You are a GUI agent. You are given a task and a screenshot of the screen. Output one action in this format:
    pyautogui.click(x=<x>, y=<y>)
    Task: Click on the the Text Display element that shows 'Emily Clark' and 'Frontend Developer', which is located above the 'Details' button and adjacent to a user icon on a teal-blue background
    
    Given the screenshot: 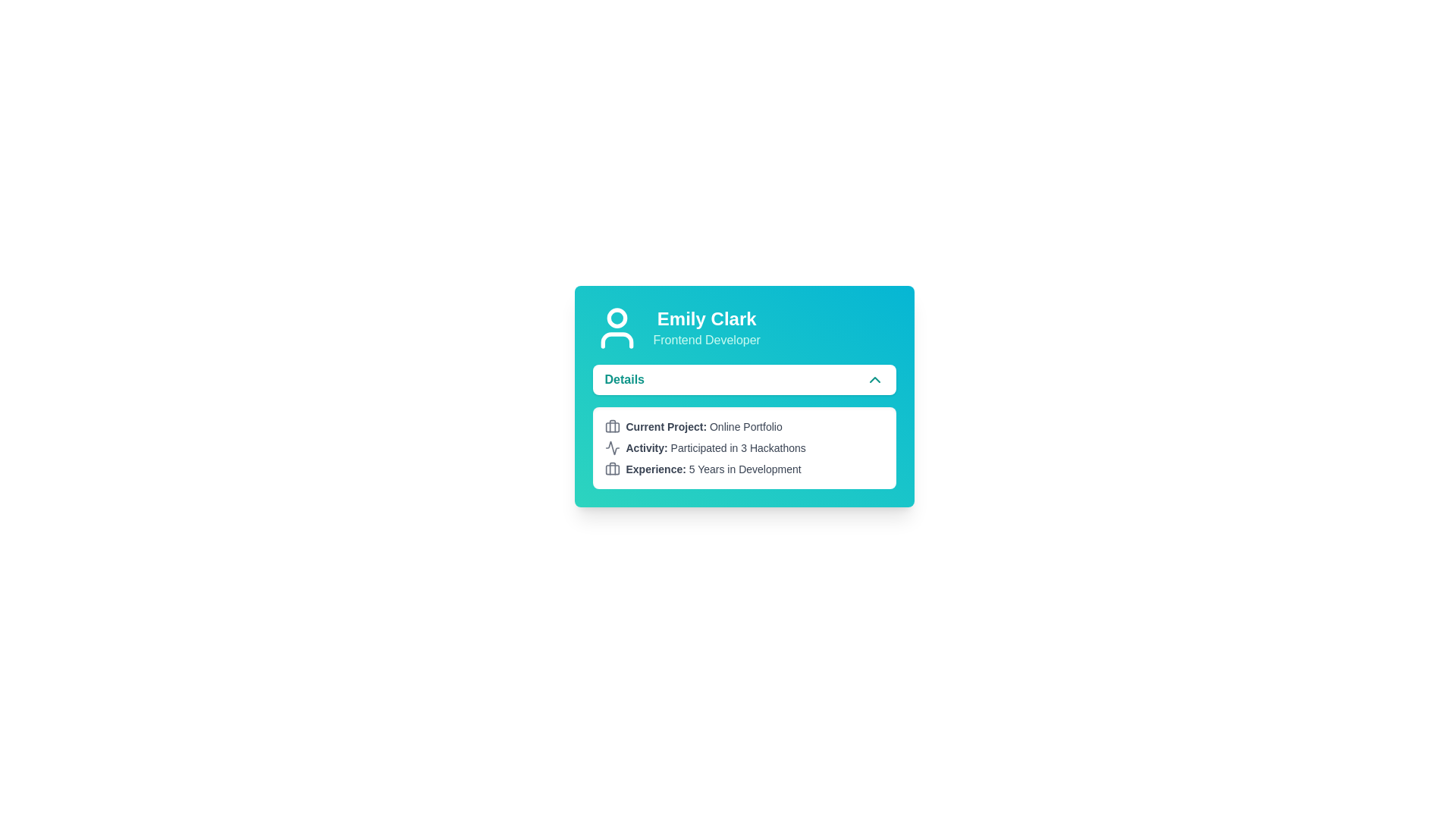 What is the action you would take?
    pyautogui.click(x=744, y=327)
    